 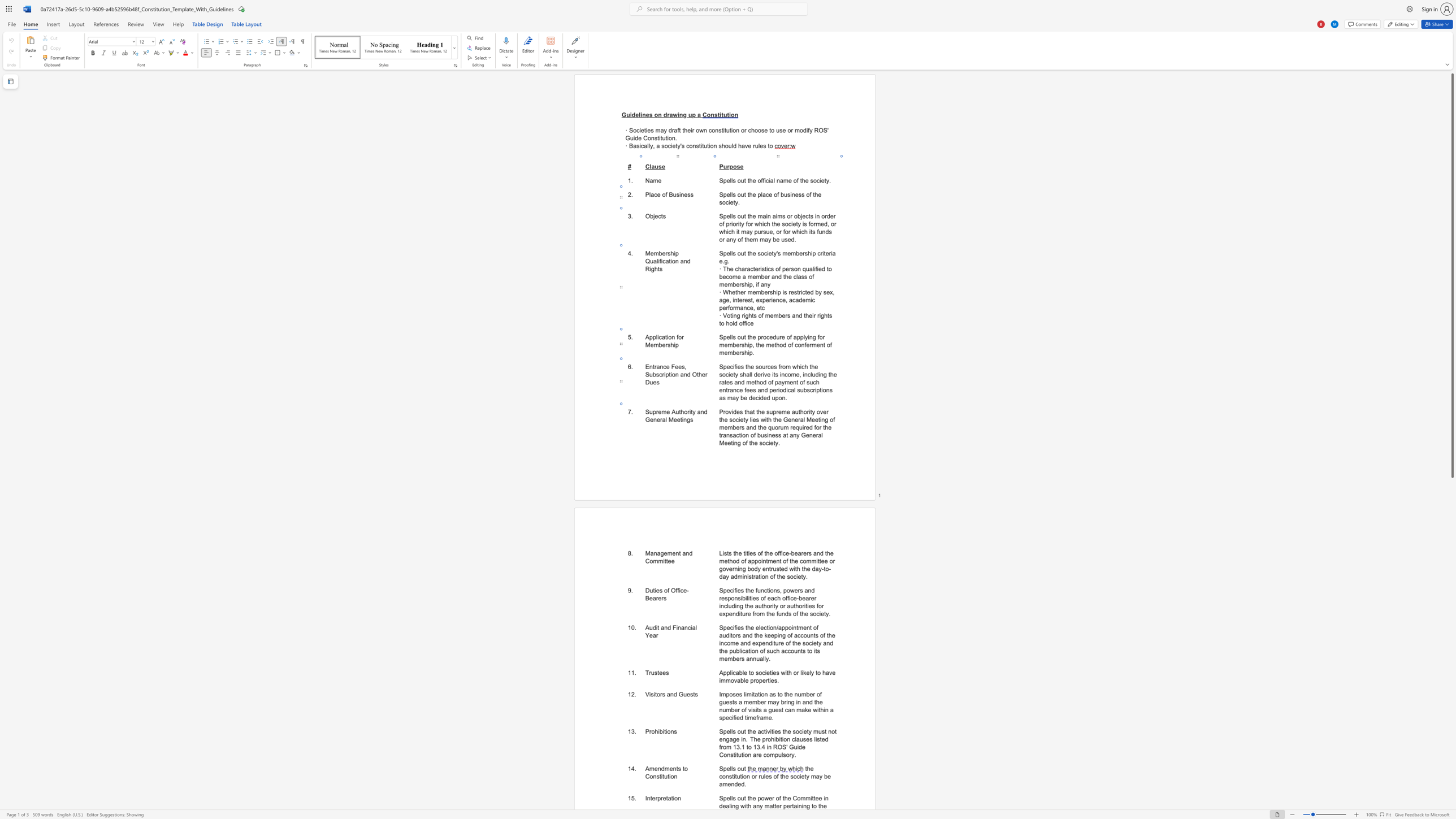 I want to click on the 1th character "n" in the text, so click(x=800, y=806).